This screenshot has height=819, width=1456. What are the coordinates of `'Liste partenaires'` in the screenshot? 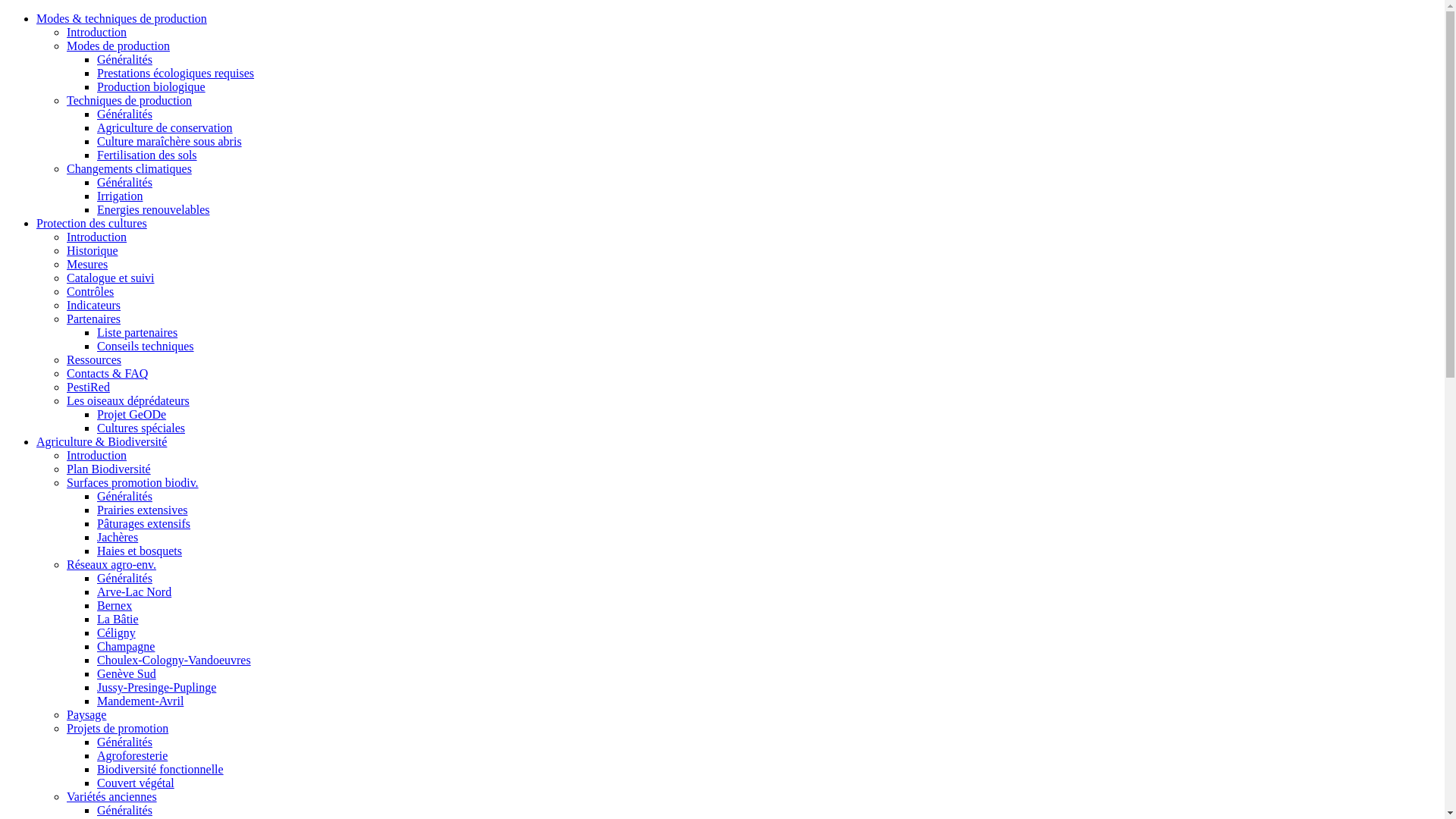 It's located at (96, 331).